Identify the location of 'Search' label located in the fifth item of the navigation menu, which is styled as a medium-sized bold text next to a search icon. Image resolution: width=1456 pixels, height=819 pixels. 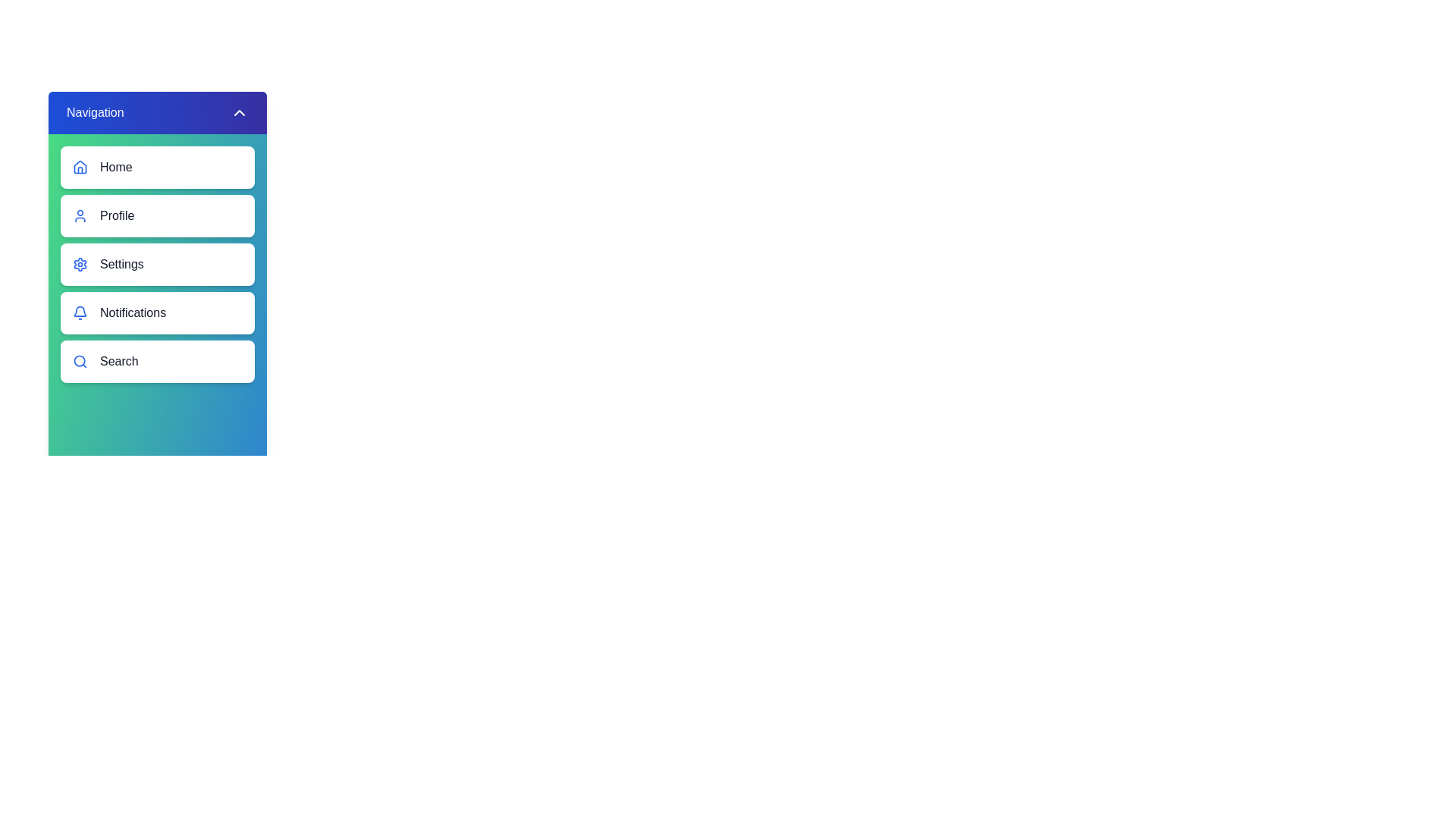
(118, 362).